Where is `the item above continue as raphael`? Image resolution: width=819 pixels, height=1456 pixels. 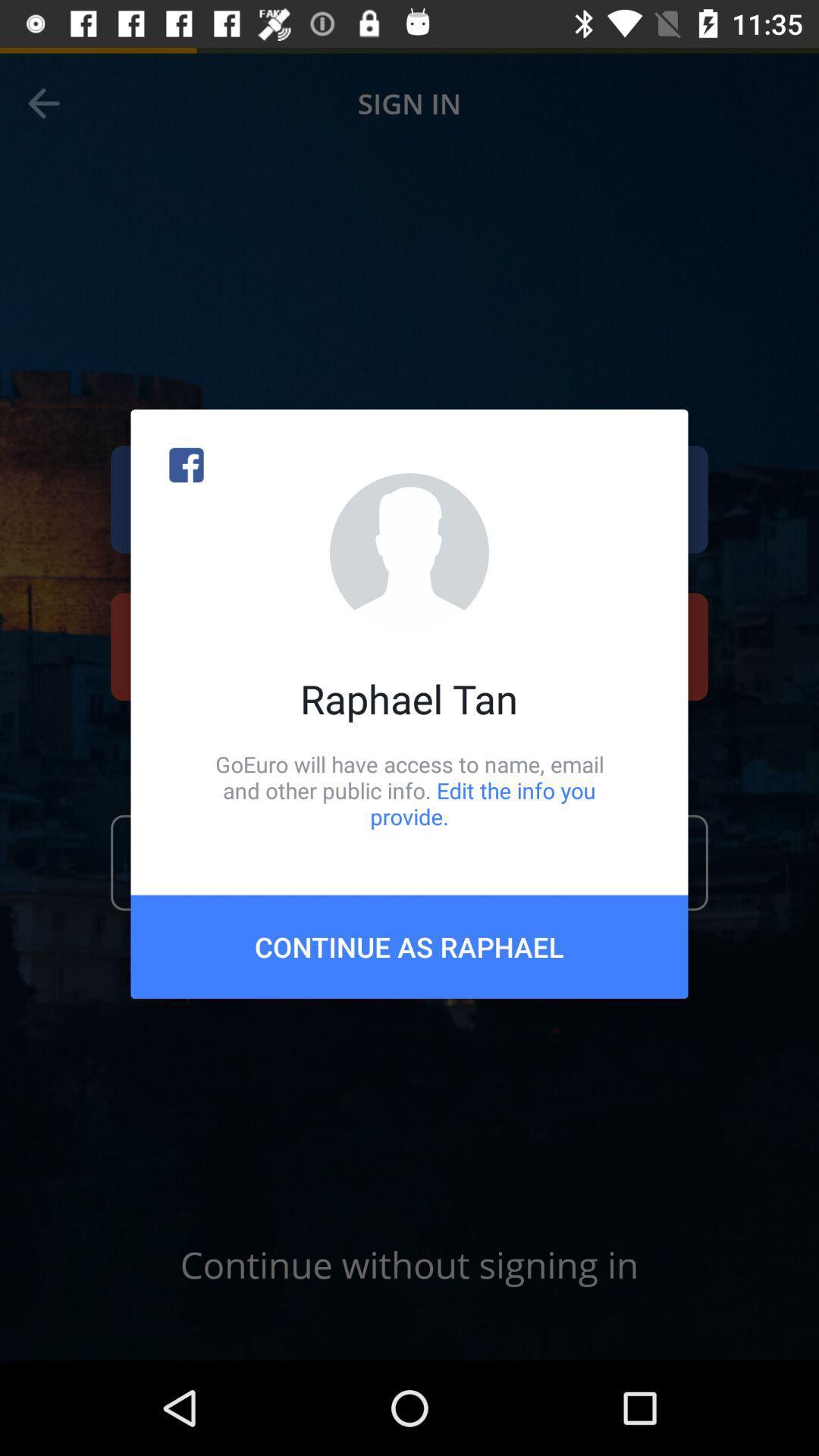 the item above continue as raphael is located at coordinates (409, 789).